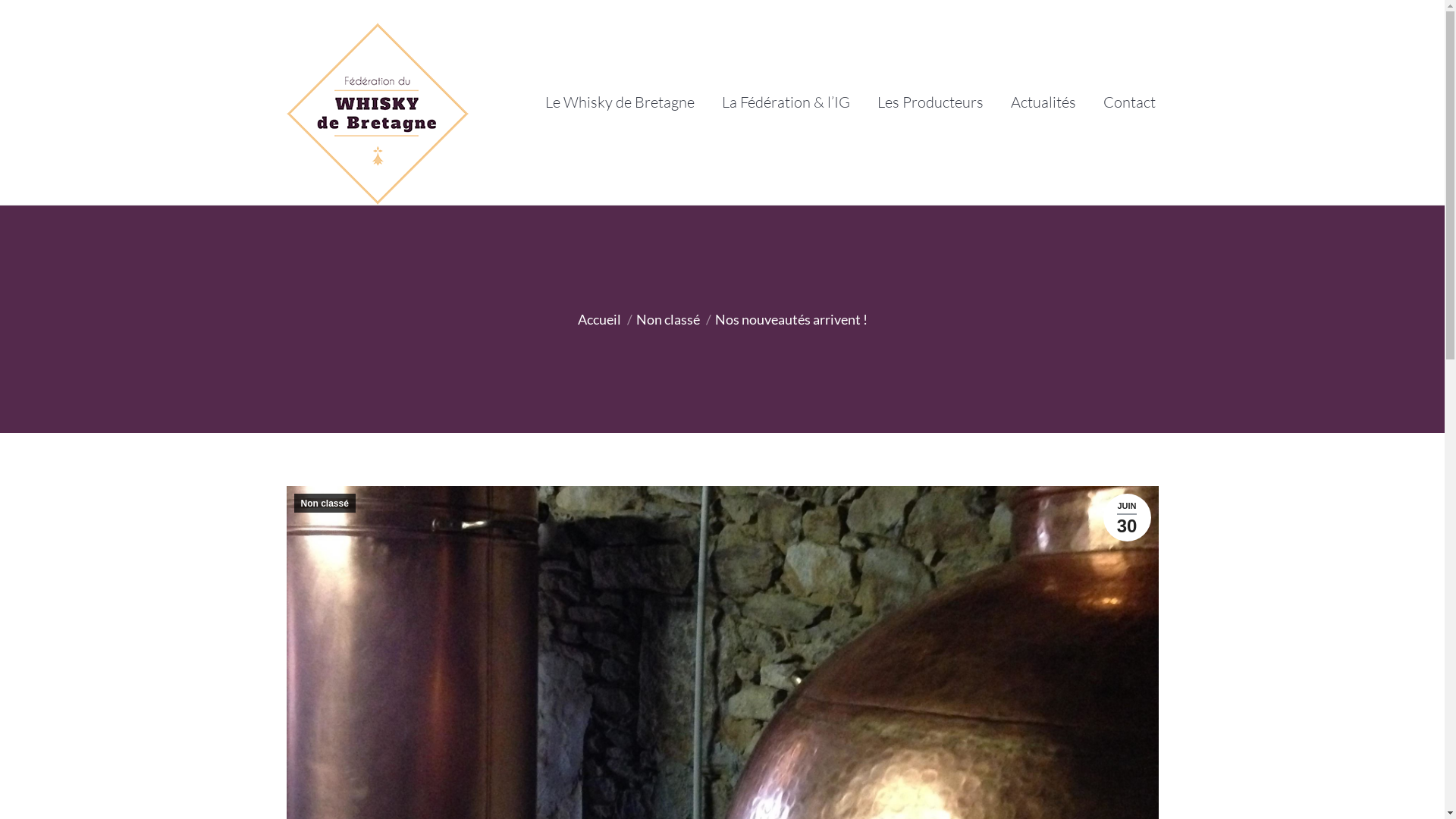  I want to click on 'Les Producteurs', so click(928, 102).